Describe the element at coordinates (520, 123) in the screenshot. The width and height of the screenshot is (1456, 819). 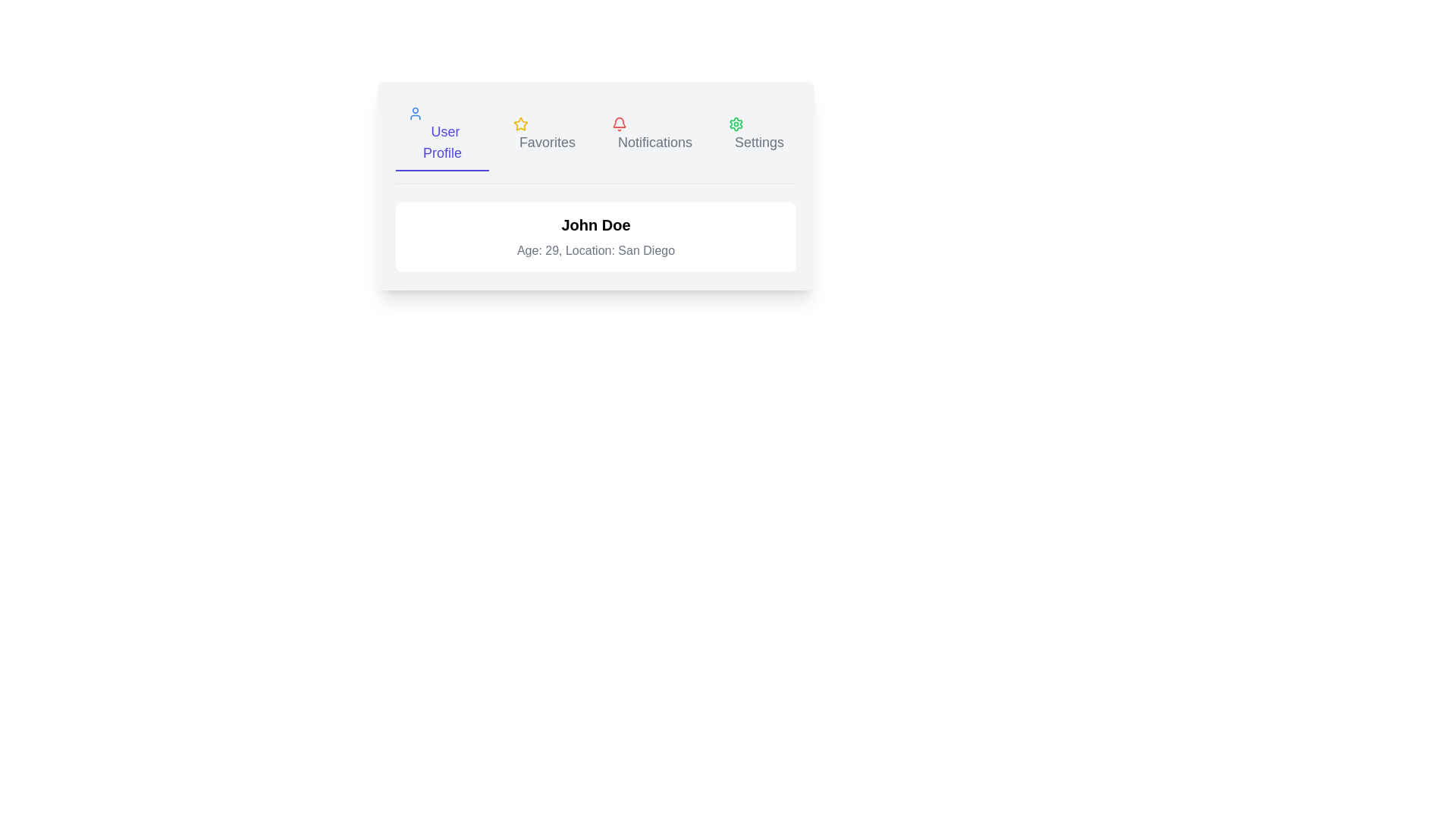
I see `the star icon in the navigation bar` at that location.